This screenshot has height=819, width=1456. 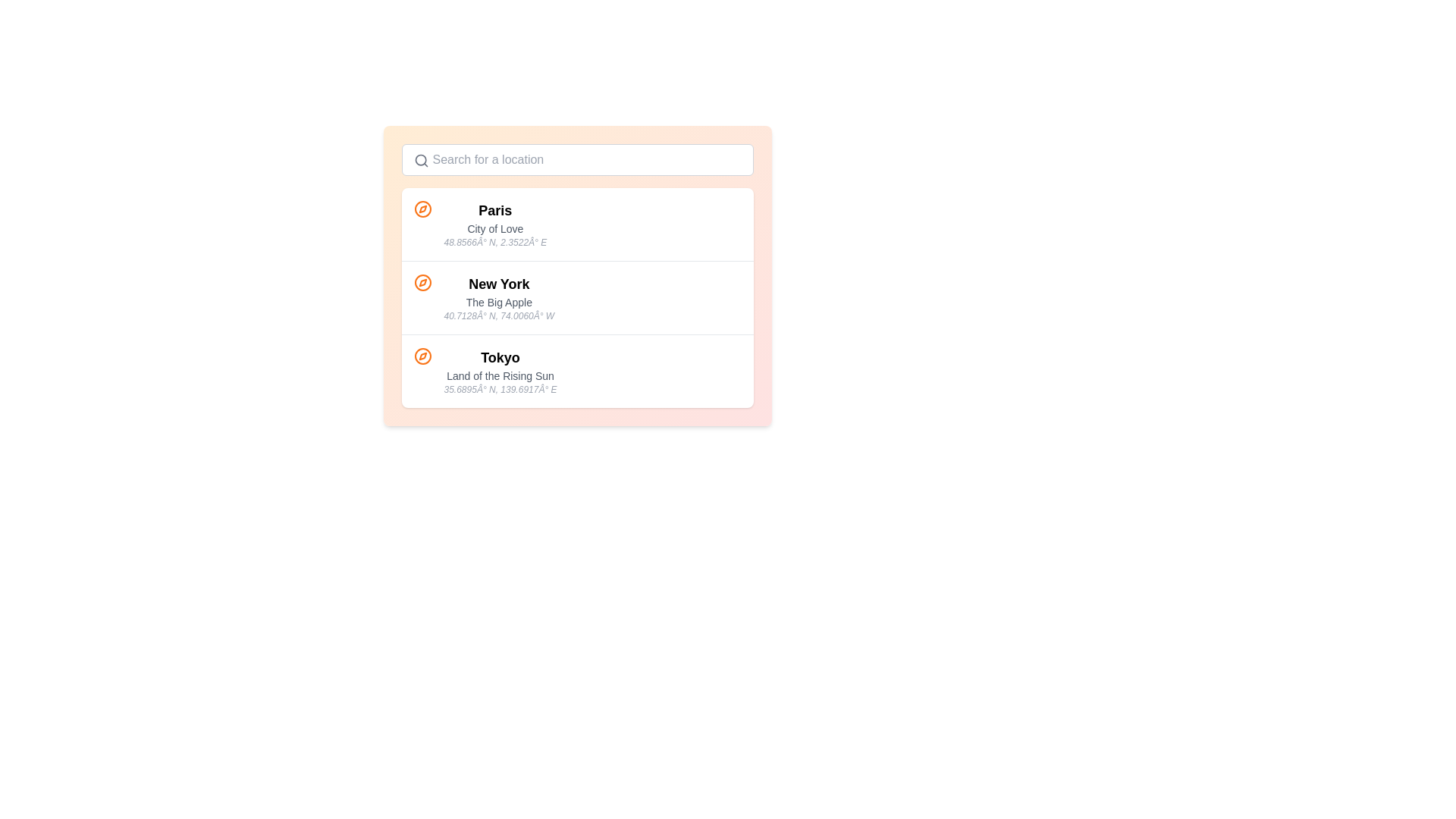 I want to click on the text label displaying 'The Big Apple', which is a small-sized, gray-styled font positioned beneath the 'New York' heading in the interface, so click(x=499, y=302).